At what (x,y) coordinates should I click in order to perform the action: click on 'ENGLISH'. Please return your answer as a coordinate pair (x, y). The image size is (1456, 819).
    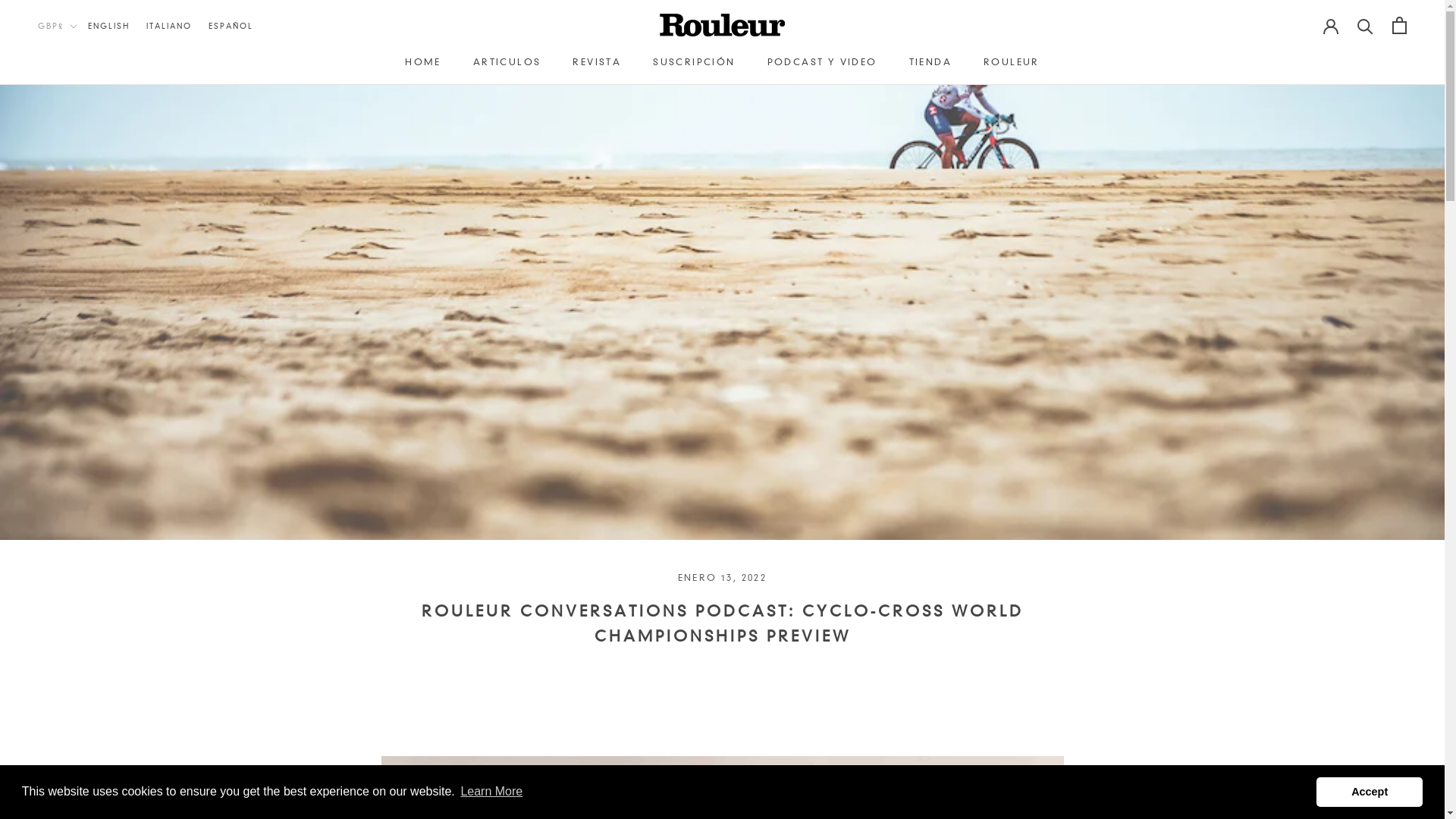
    Looking at the image, I should click on (86, 26).